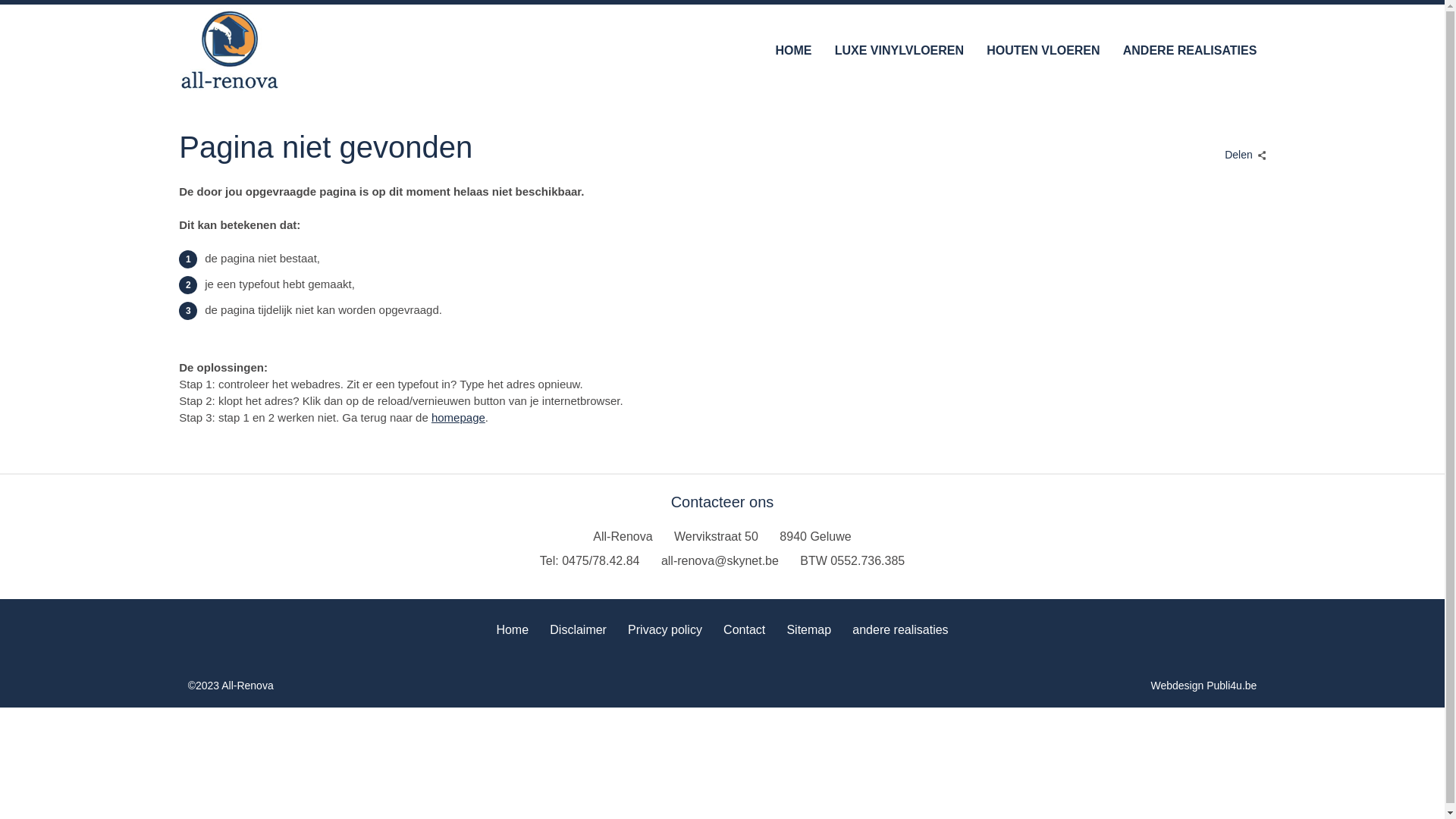  What do you see at coordinates (431, 417) in the screenshot?
I see `'homepage'` at bounding box center [431, 417].